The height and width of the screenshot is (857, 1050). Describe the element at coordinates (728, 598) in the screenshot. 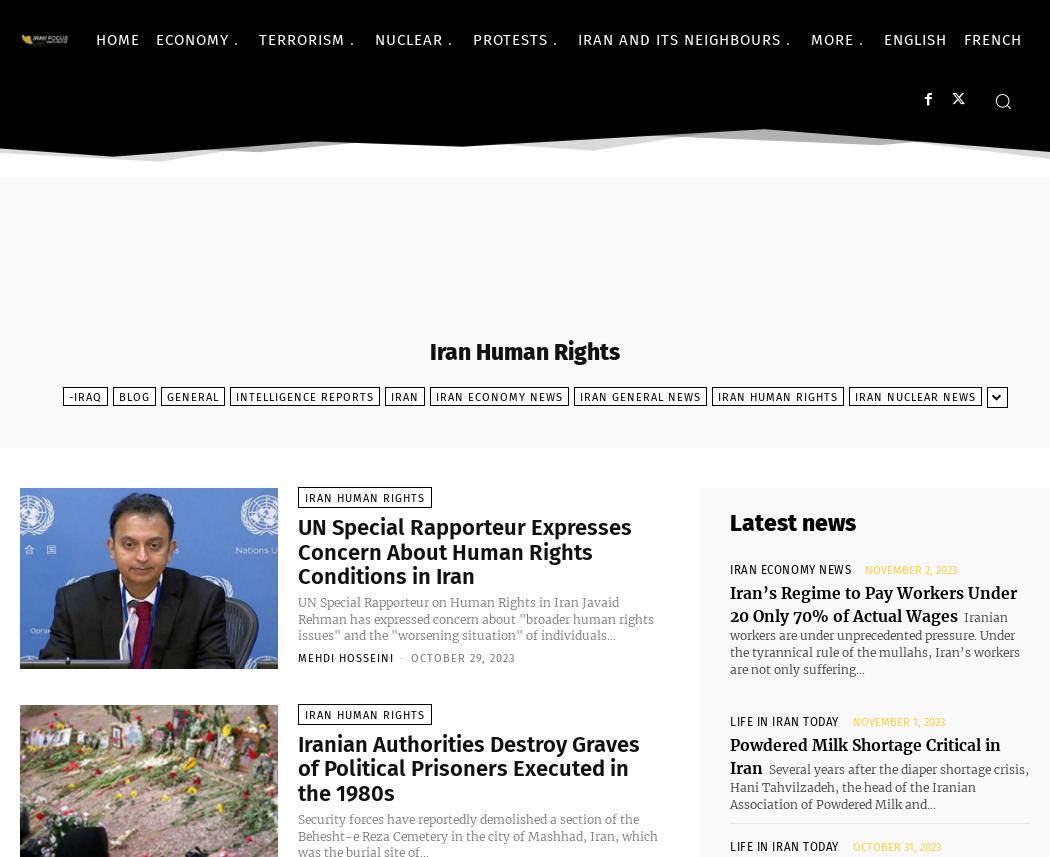

I see `'Iran’s Regime to Pay Workers Under 20 Only 70% of Actual Wages'` at that location.